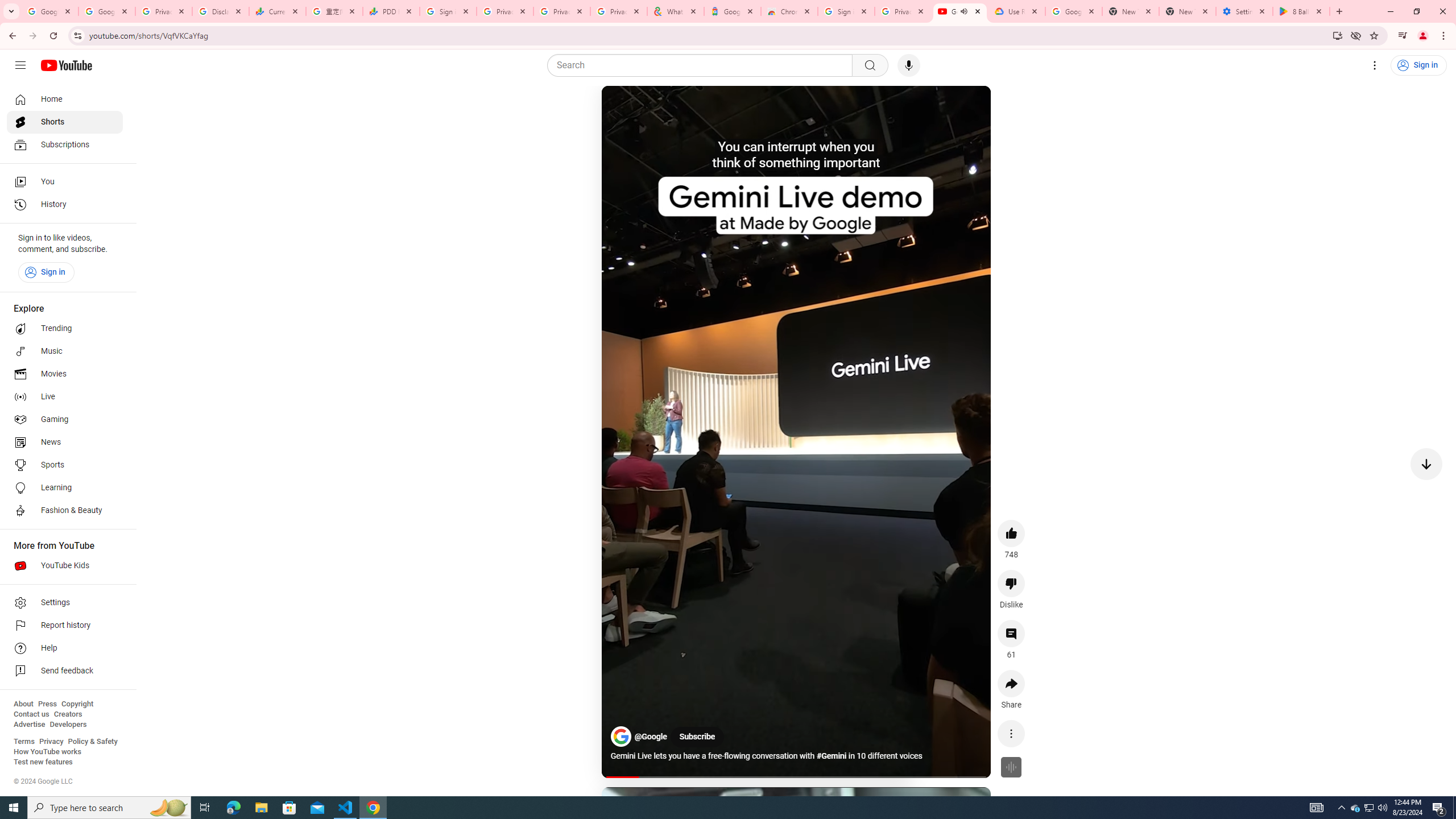 The image size is (1456, 819). I want to click on 'Subscribe', so click(697, 737).